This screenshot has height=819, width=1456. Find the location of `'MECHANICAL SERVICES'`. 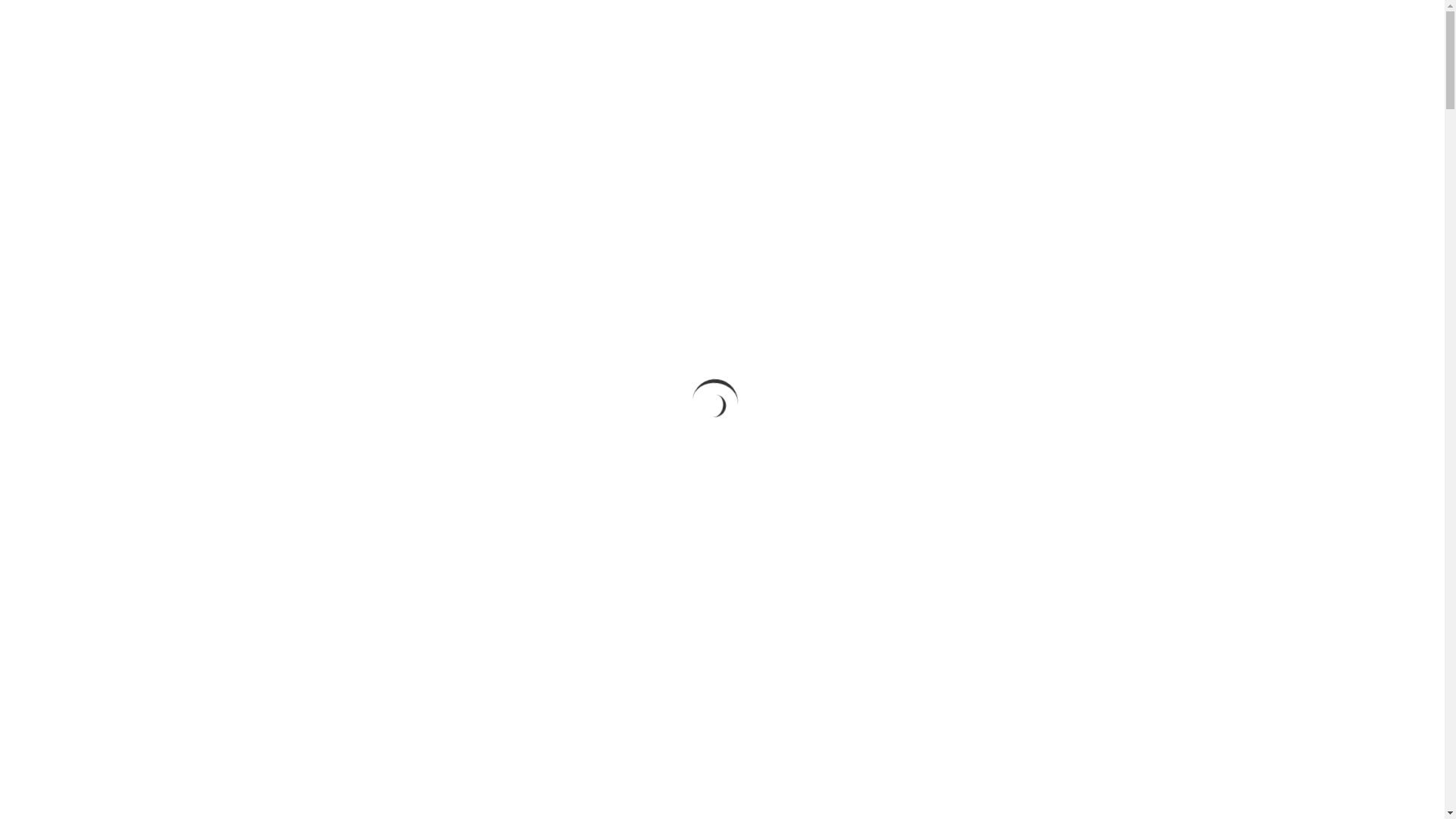

'MECHANICAL SERVICES' is located at coordinates (729, 28).